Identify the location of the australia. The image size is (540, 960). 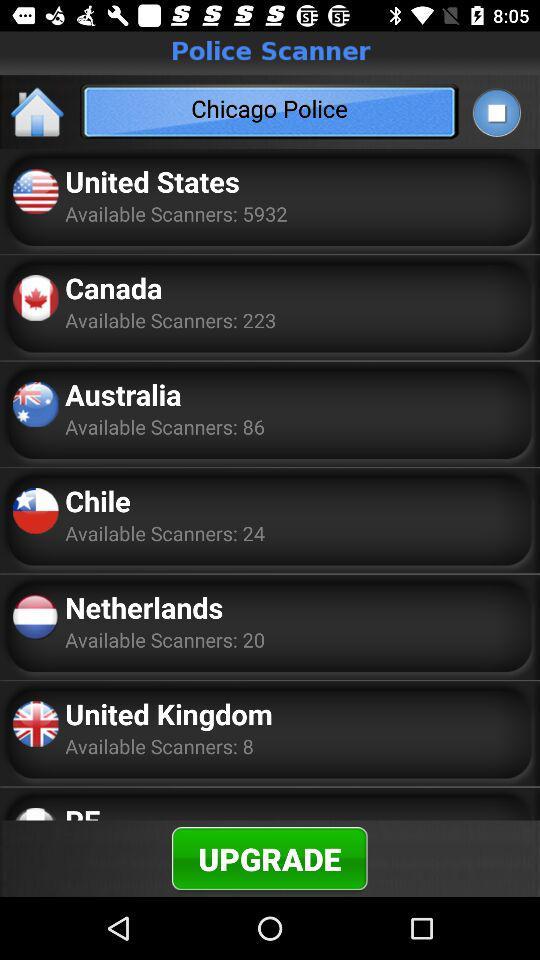
(123, 393).